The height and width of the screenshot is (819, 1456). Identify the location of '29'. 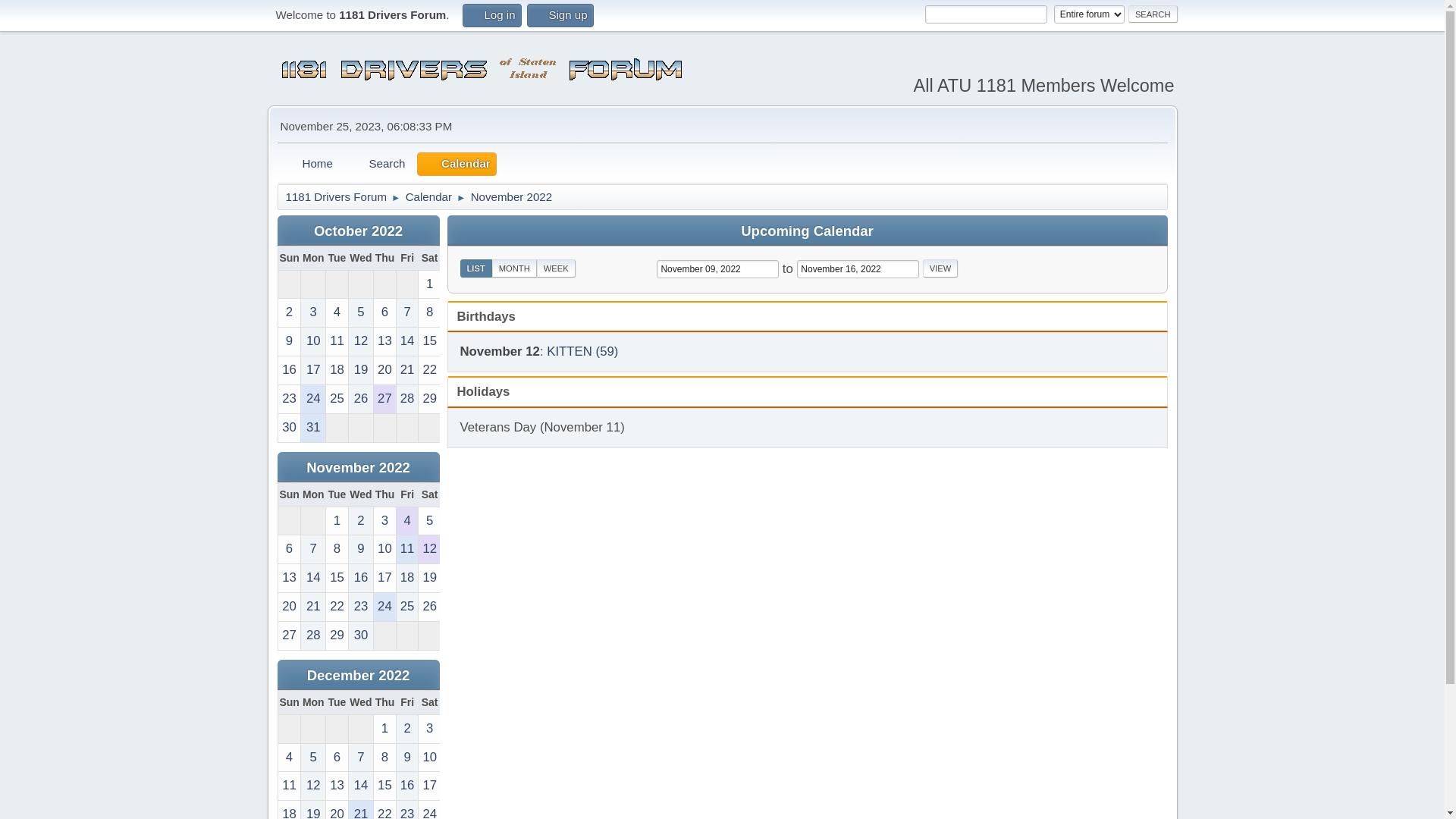
(325, 635).